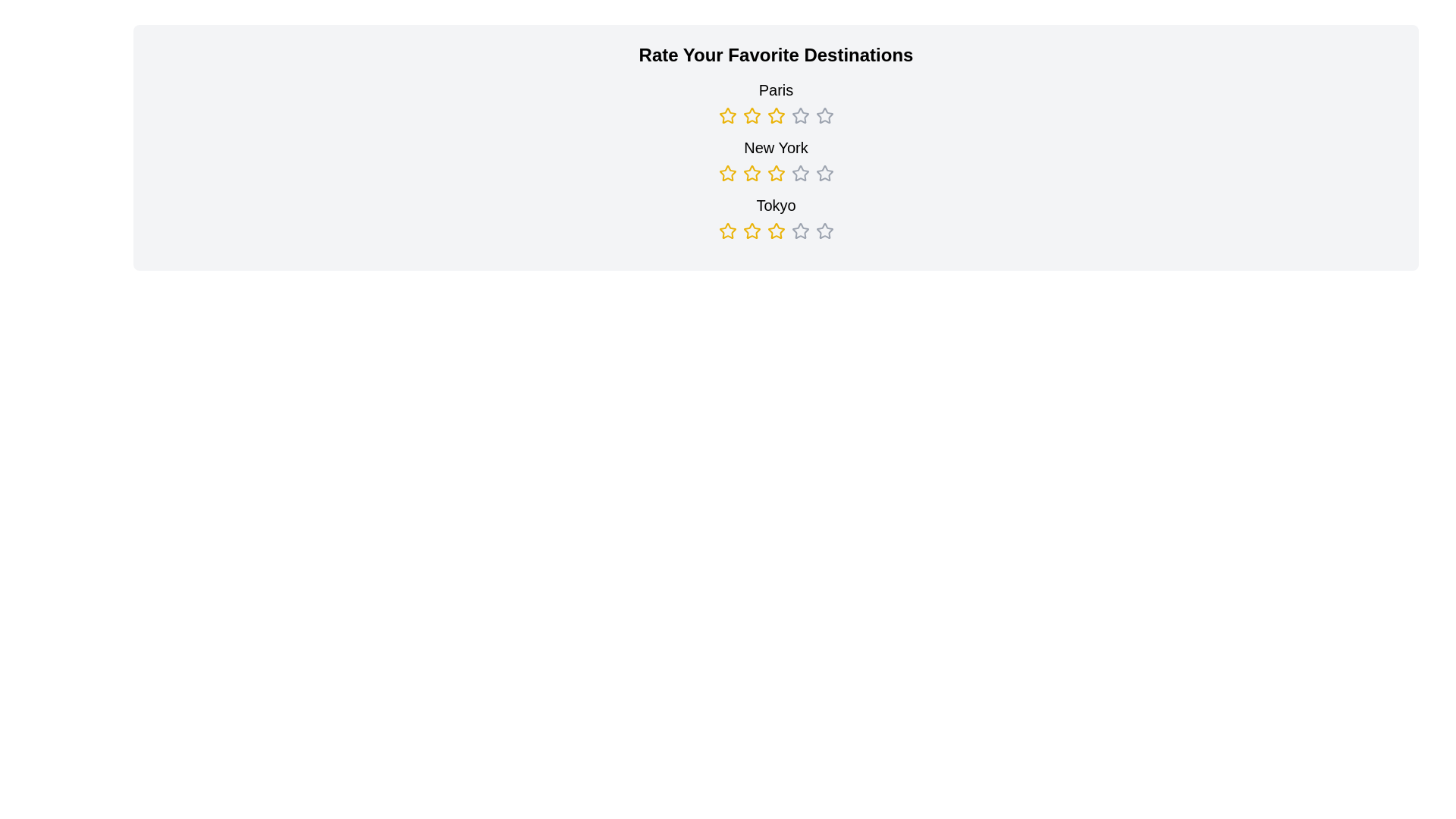  I want to click on the third star icon in the row associated with the 'Paris' rating, so click(799, 115).